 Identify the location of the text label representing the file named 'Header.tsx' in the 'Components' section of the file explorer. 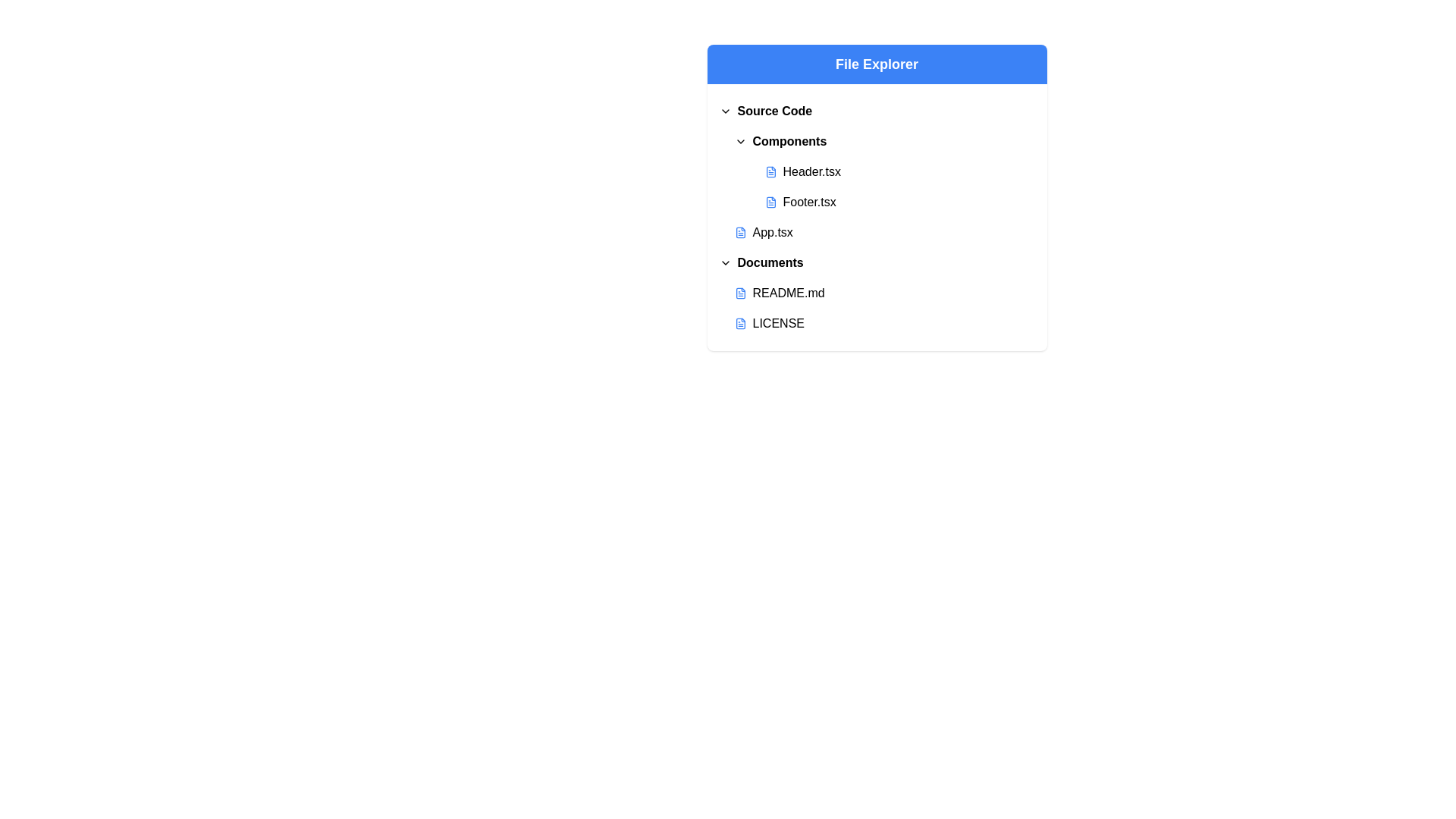
(811, 171).